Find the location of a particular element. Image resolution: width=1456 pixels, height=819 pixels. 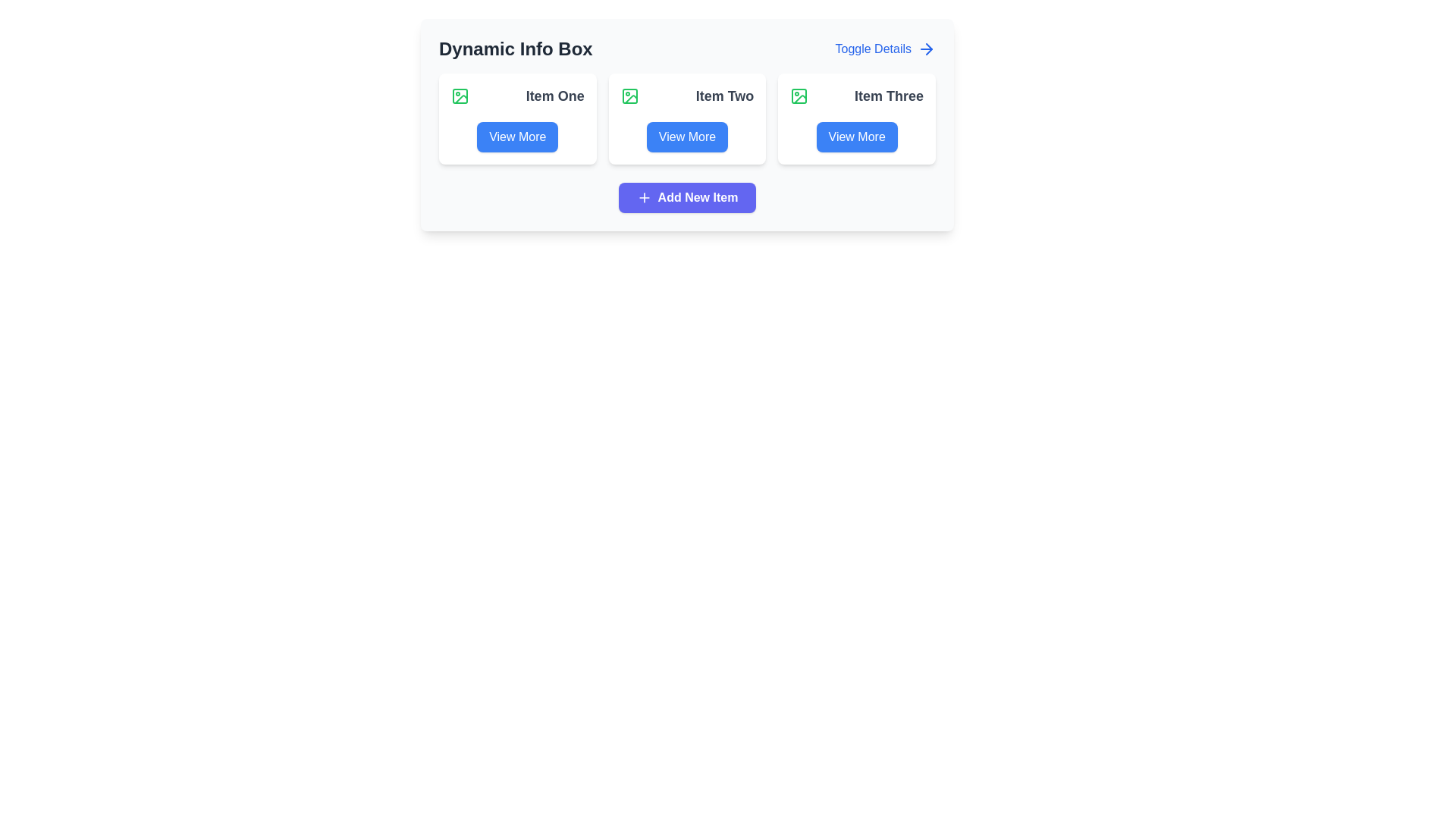

text label displaying the name or title of the card content located within the 'Item Three' box, positioned near the top and centered horizontally is located at coordinates (857, 96).